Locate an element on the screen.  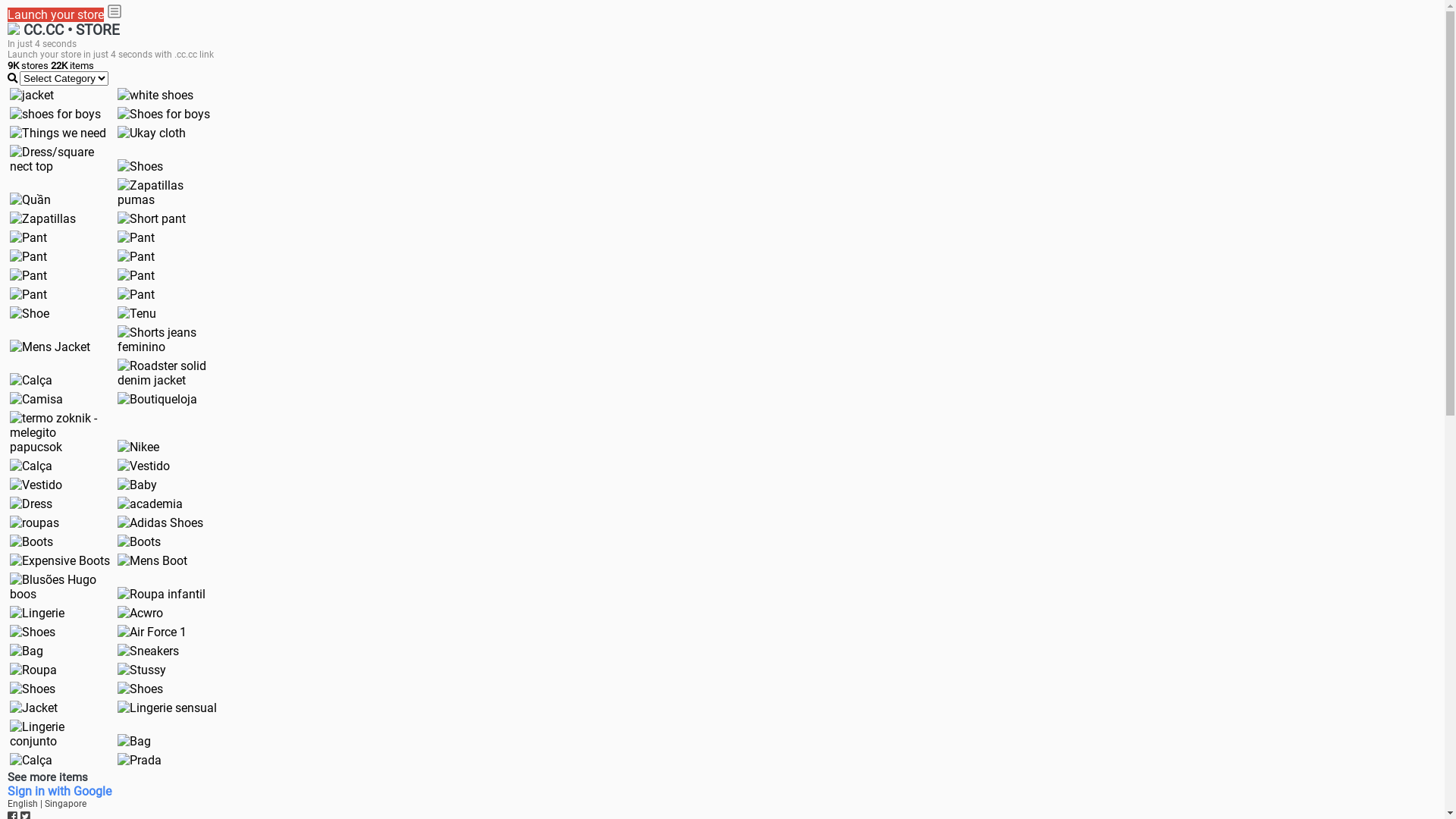
'Vestido' is located at coordinates (36, 485).